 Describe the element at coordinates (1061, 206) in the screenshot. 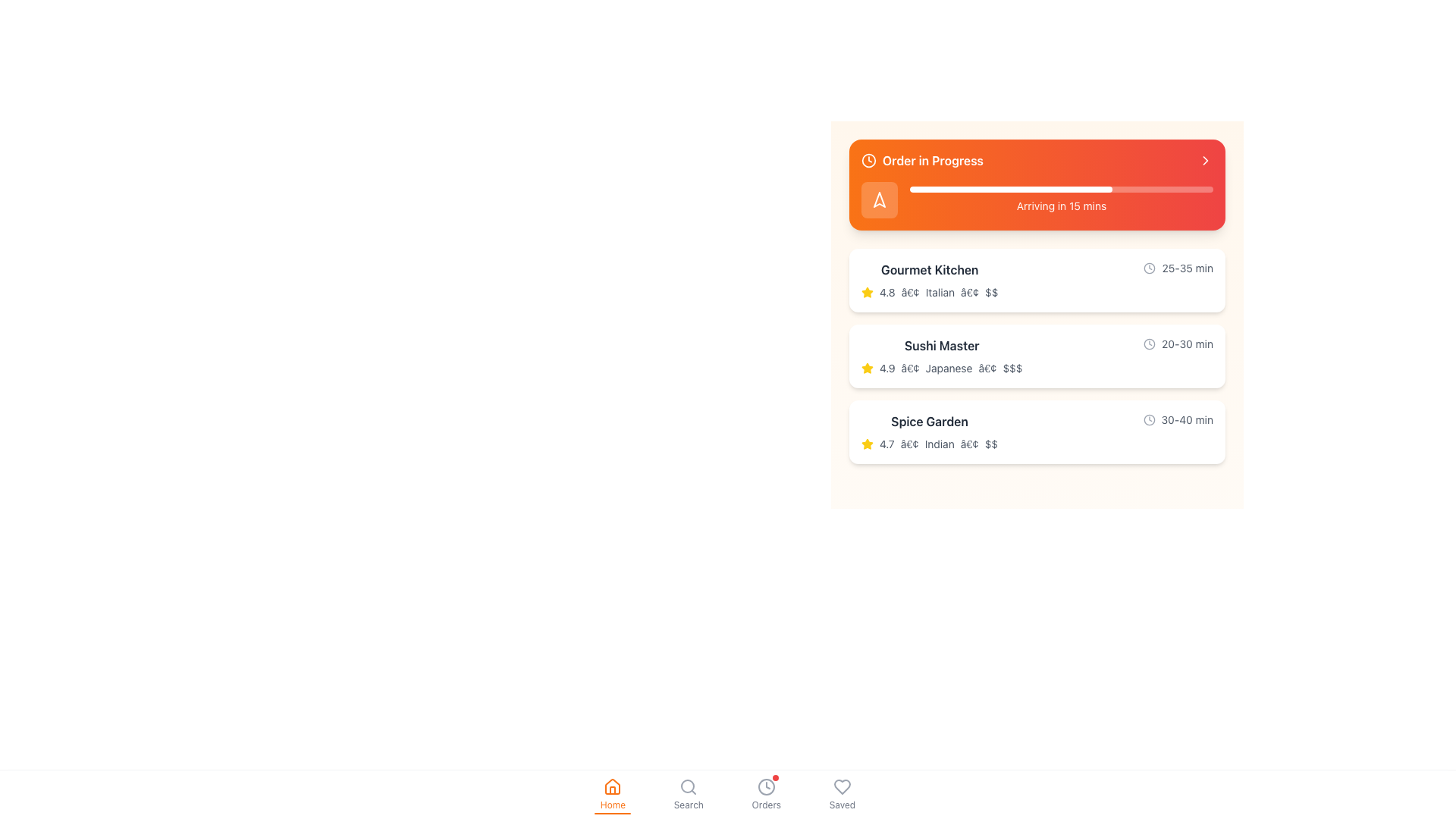

I see `the static text label that displays the estimated delivery or task completion time, positioned below the progress bar in the red-orange gradient card on the right sidebar` at that location.